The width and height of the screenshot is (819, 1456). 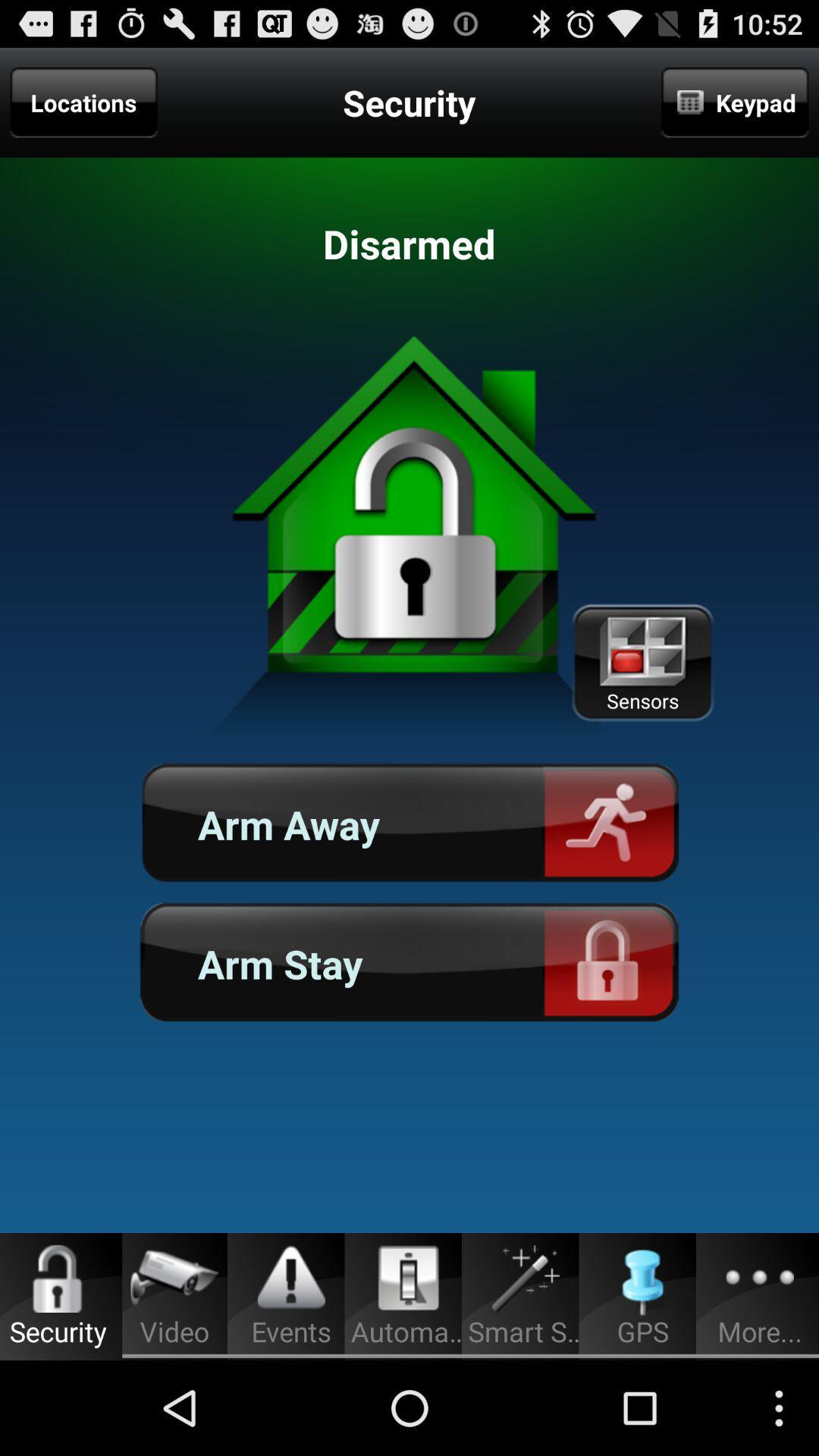 What do you see at coordinates (643, 1280) in the screenshot?
I see `the gps icon in the bottom` at bounding box center [643, 1280].